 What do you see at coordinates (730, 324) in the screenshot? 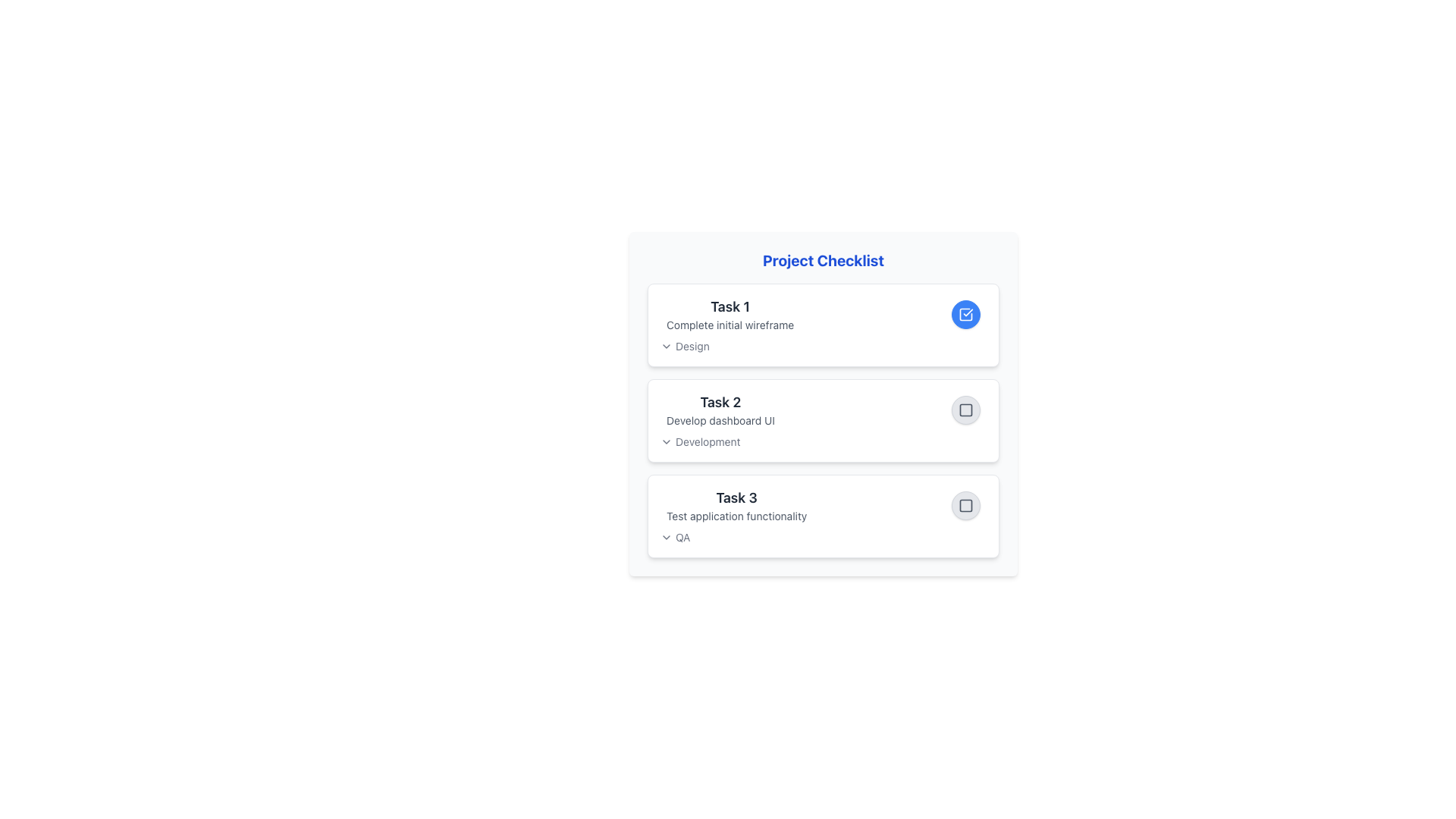
I see `the static text displaying 'Complete initial wireframe' located beneath 'Task 1' in the checklist interface` at bounding box center [730, 324].